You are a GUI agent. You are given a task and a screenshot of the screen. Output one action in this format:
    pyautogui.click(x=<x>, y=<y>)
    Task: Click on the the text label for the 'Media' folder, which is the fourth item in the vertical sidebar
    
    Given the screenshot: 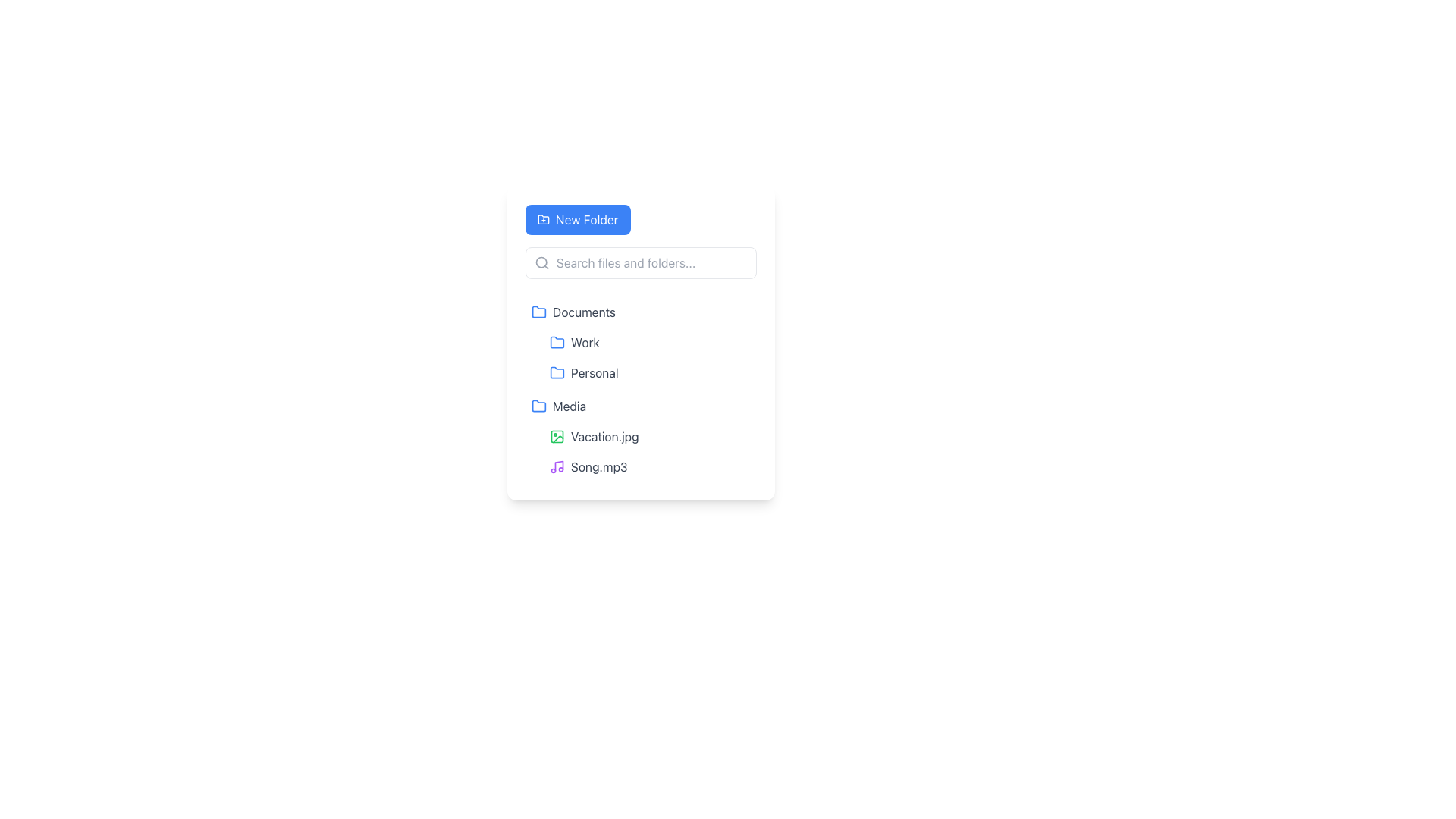 What is the action you would take?
    pyautogui.click(x=569, y=406)
    